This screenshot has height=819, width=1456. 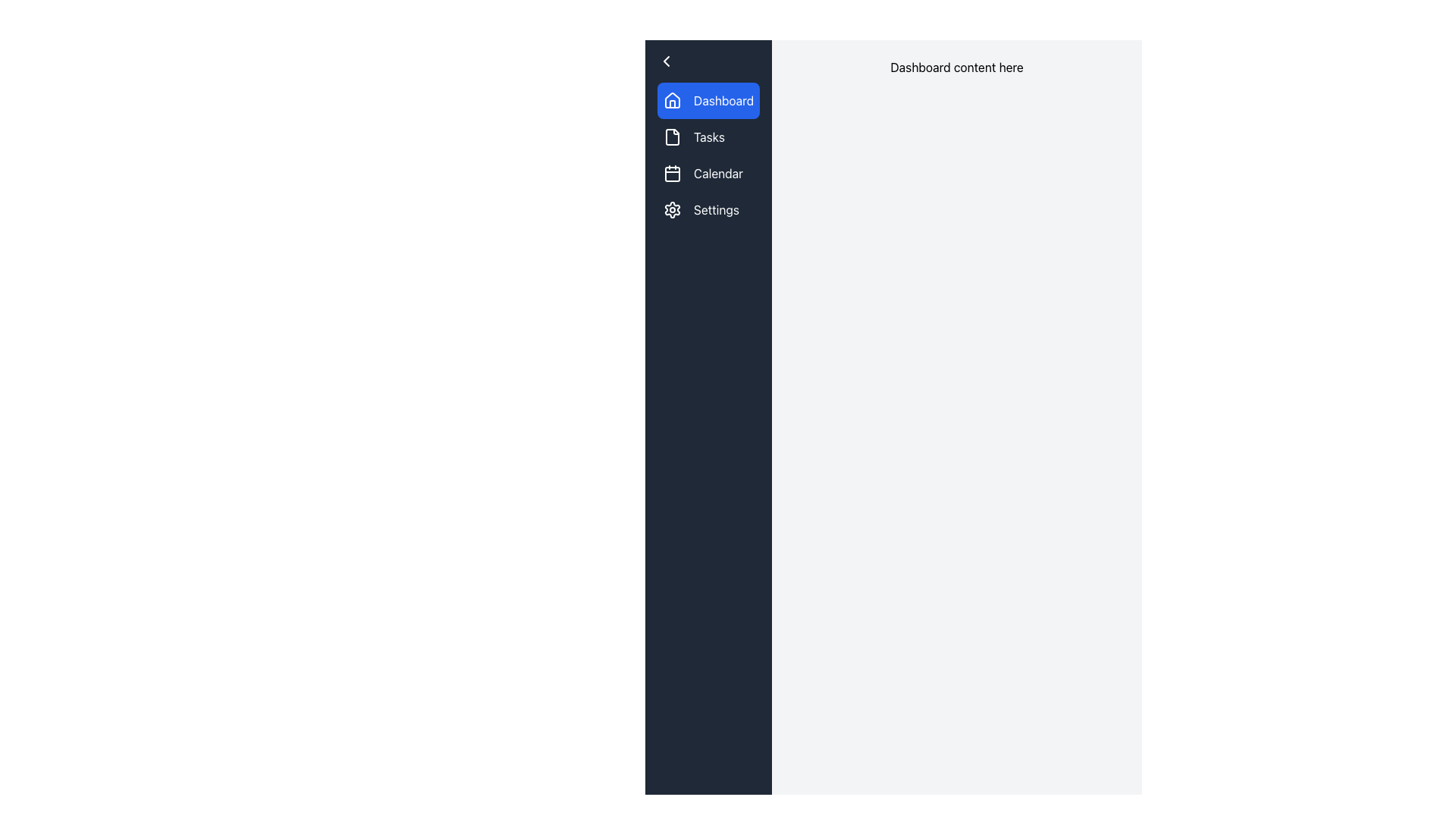 What do you see at coordinates (716, 210) in the screenshot?
I see `the 'Settings' label, which is styled in white text on a dark background and is positioned adjacent to a gear icon in the vertical navigation menu` at bounding box center [716, 210].